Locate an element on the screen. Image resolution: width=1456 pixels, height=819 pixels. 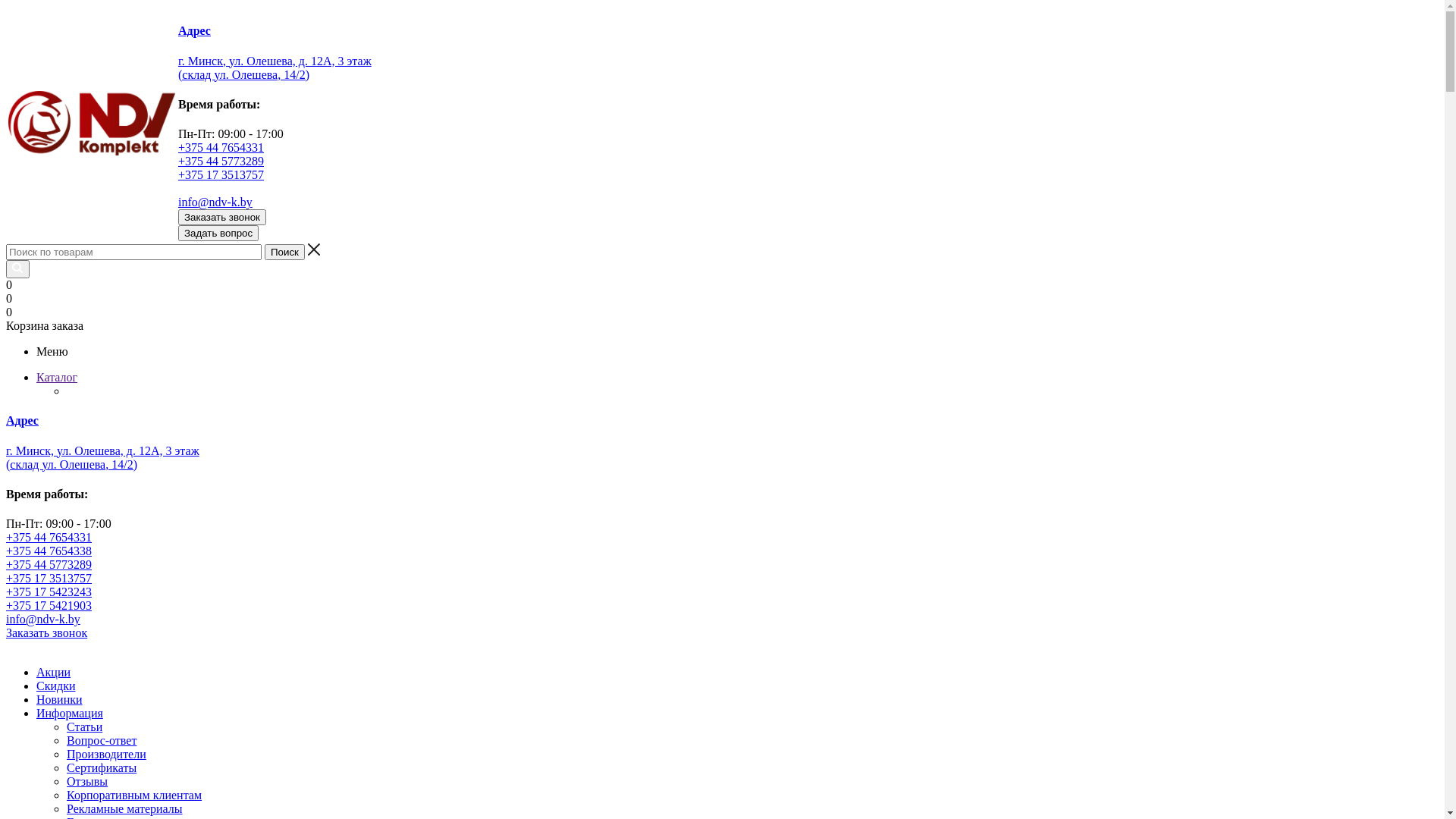
'+375 44 5773289' is located at coordinates (49, 564).